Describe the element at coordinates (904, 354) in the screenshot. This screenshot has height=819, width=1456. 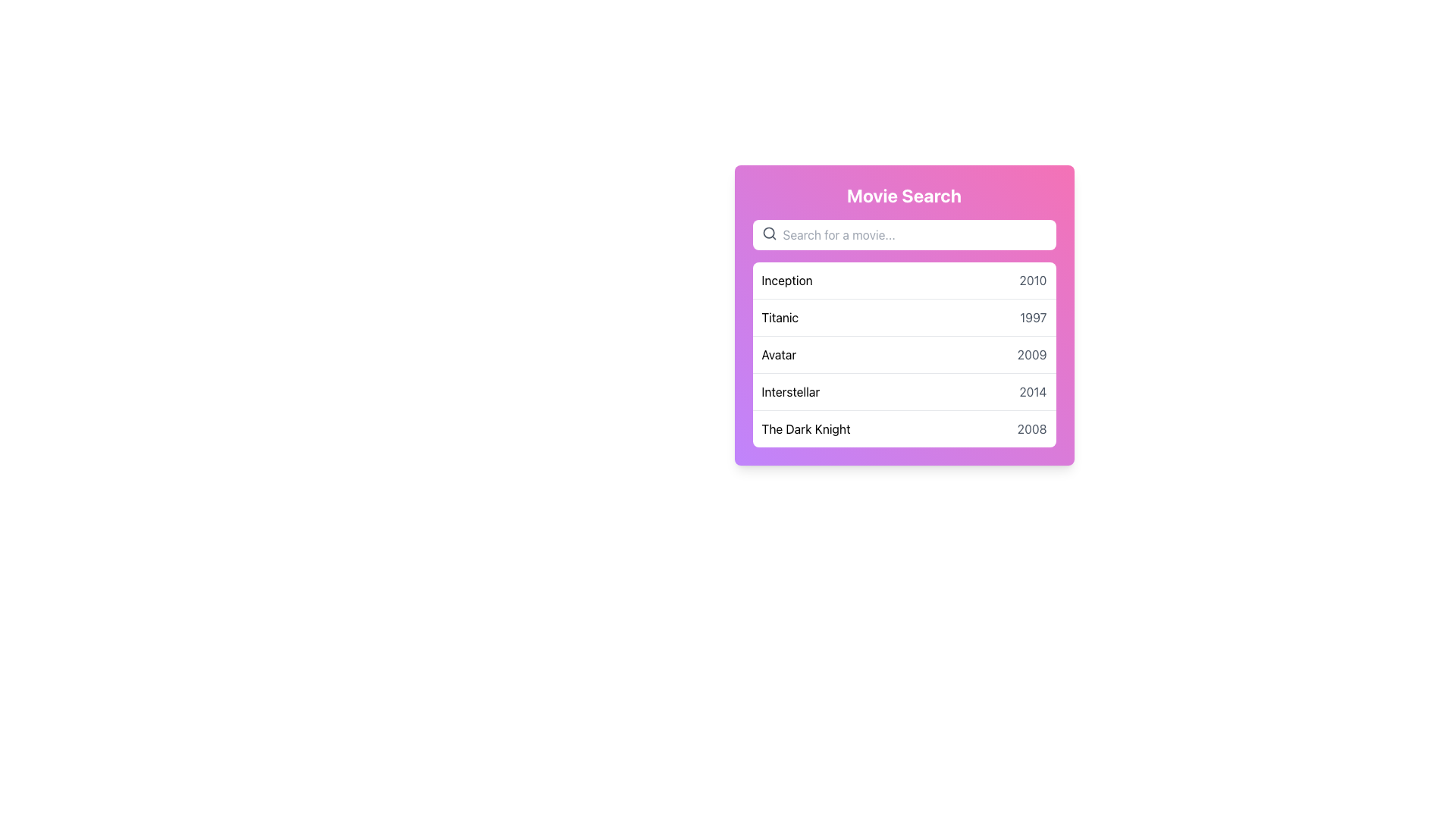
I see `the grouped list item element containing movie titles and their release years` at that location.